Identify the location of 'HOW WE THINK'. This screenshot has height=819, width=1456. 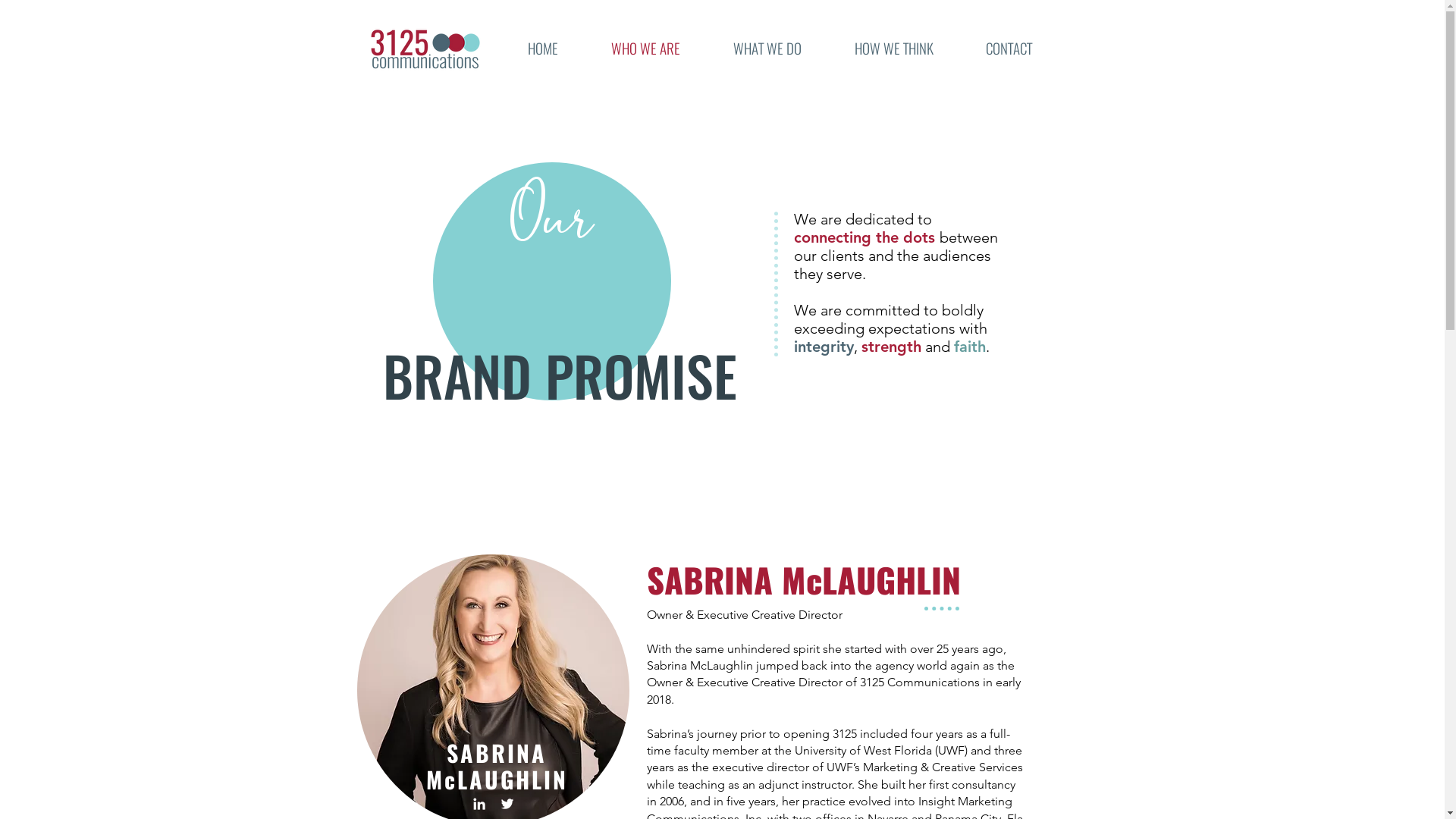
(894, 48).